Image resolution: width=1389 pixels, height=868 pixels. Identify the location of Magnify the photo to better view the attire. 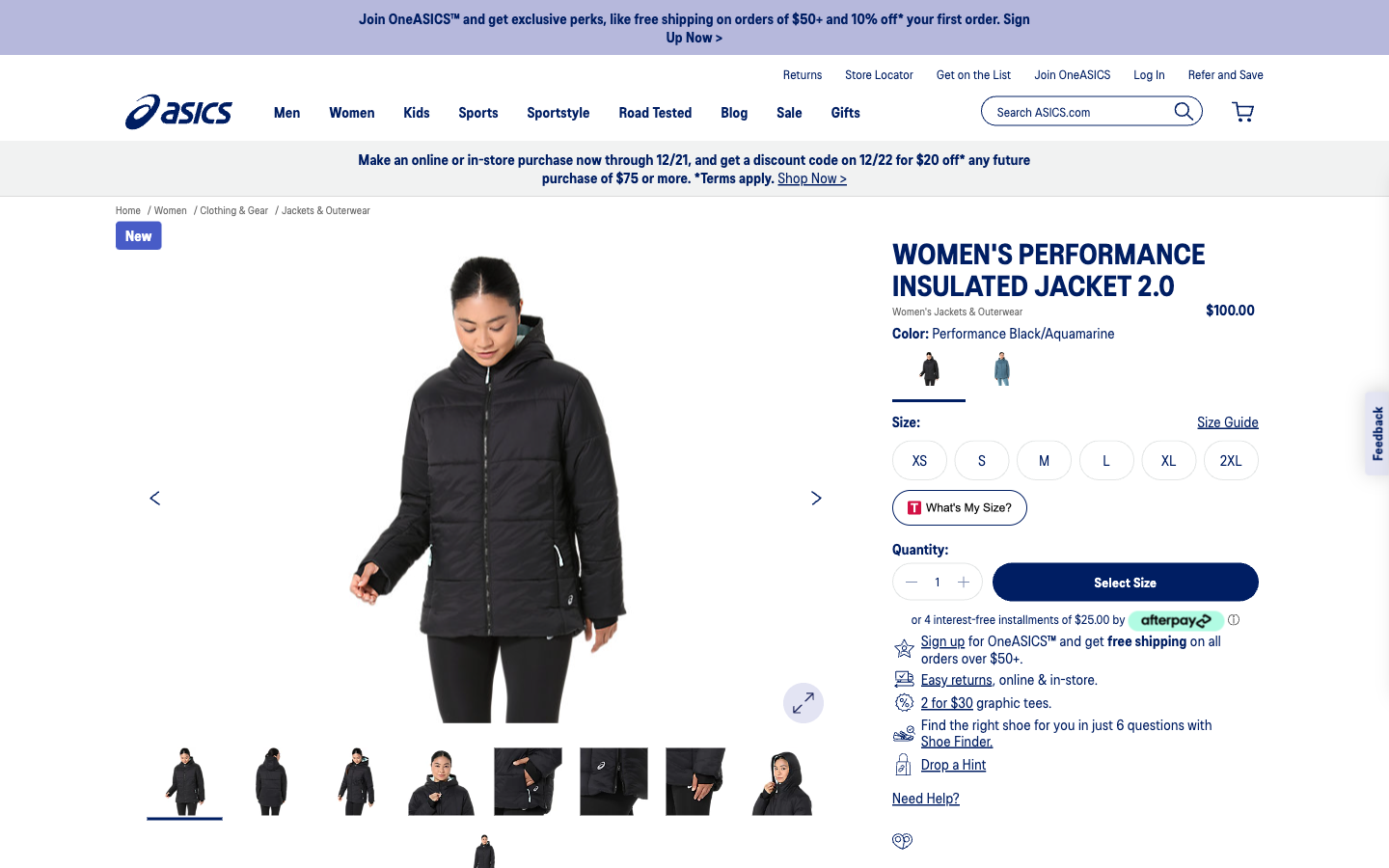
(803, 702).